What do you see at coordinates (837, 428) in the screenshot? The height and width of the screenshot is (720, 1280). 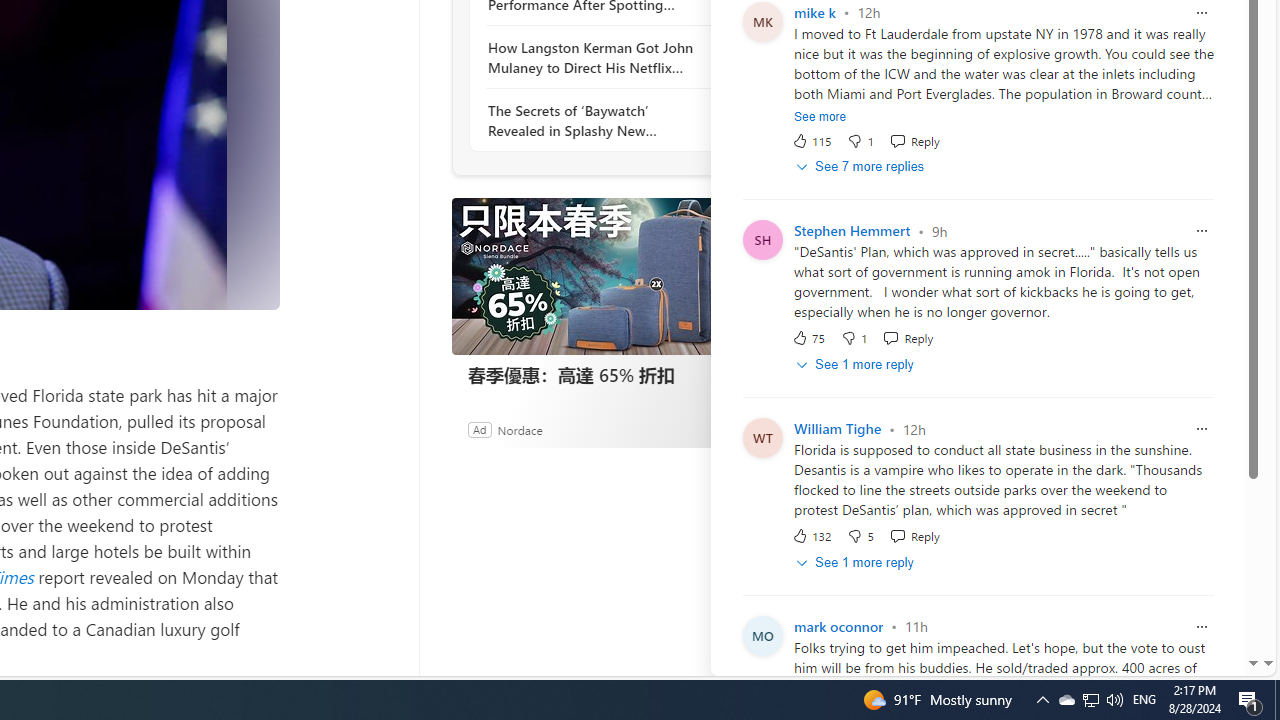 I see `'William Tighe'` at bounding box center [837, 428].